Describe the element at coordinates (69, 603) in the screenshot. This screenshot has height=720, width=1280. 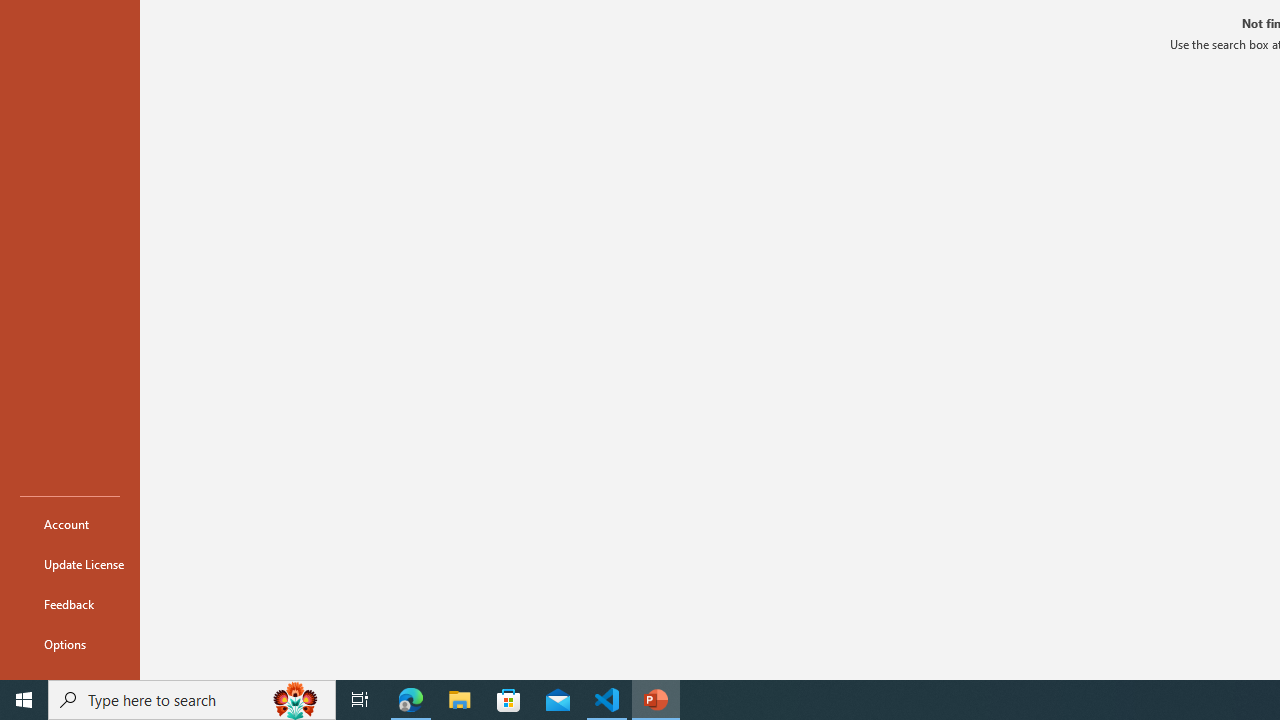
I see `'Feedback'` at that location.